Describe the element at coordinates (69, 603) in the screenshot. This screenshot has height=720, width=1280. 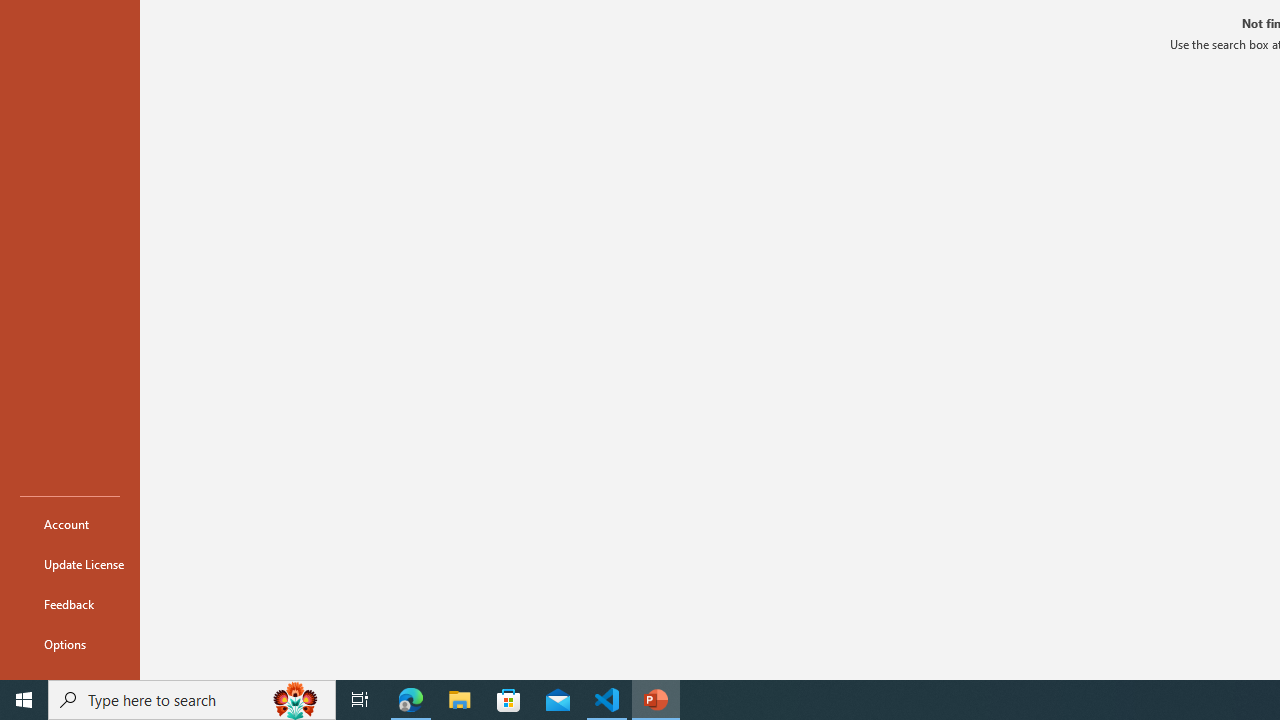
I see `'Feedback'` at that location.